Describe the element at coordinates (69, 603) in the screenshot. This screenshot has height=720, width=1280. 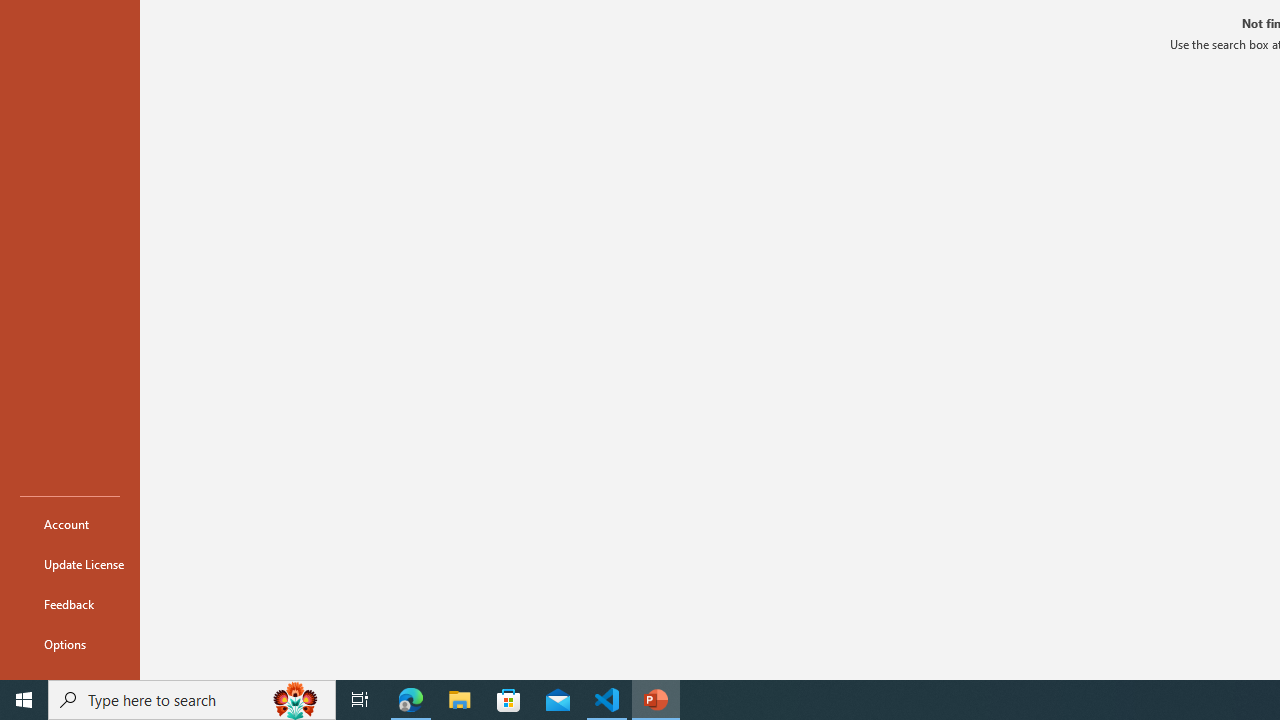
I see `'Feedback'` at that location.